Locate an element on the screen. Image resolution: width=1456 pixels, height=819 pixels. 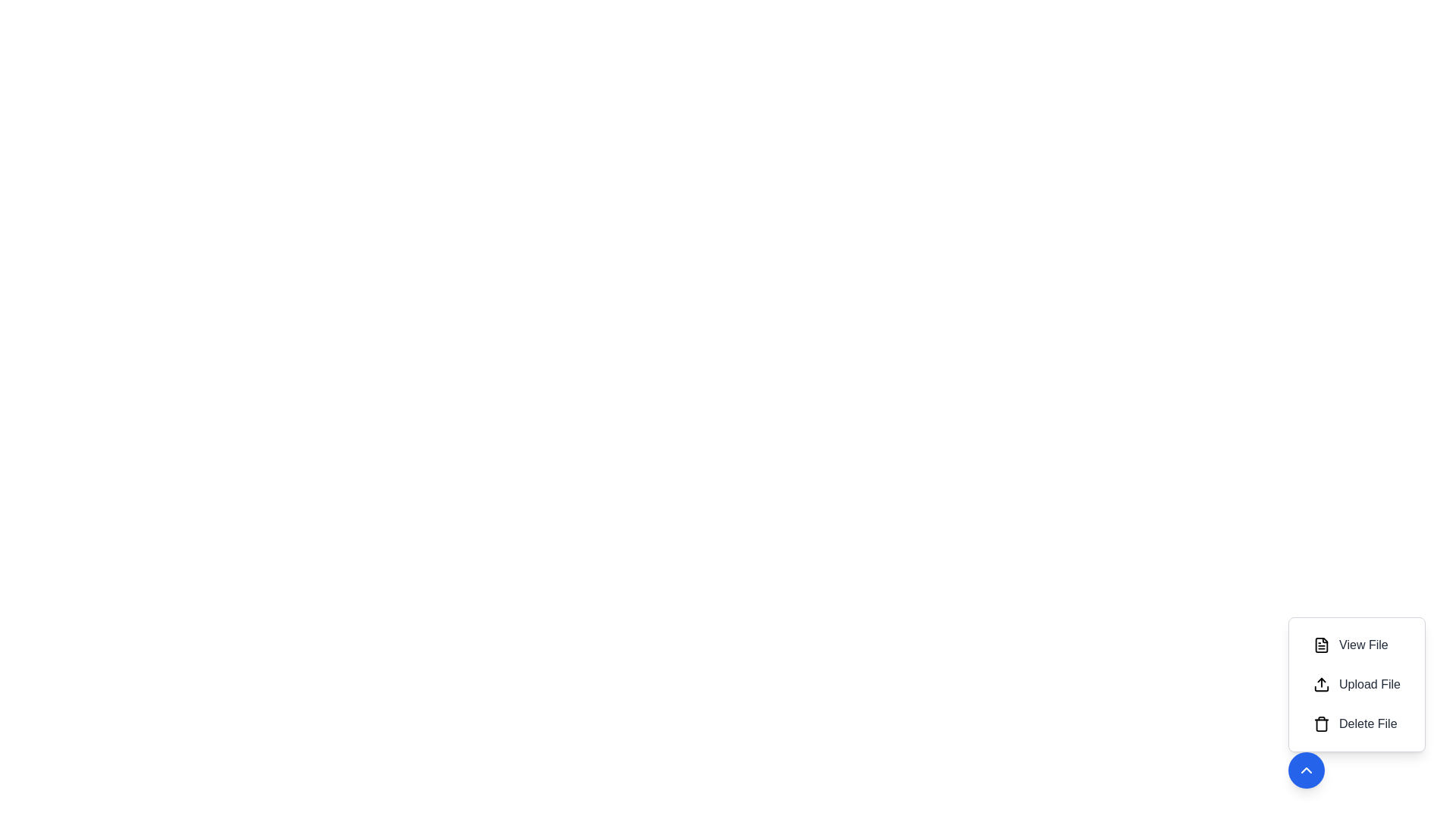
the 'View File' button to activate the action is located at coordinates (1357, 645).